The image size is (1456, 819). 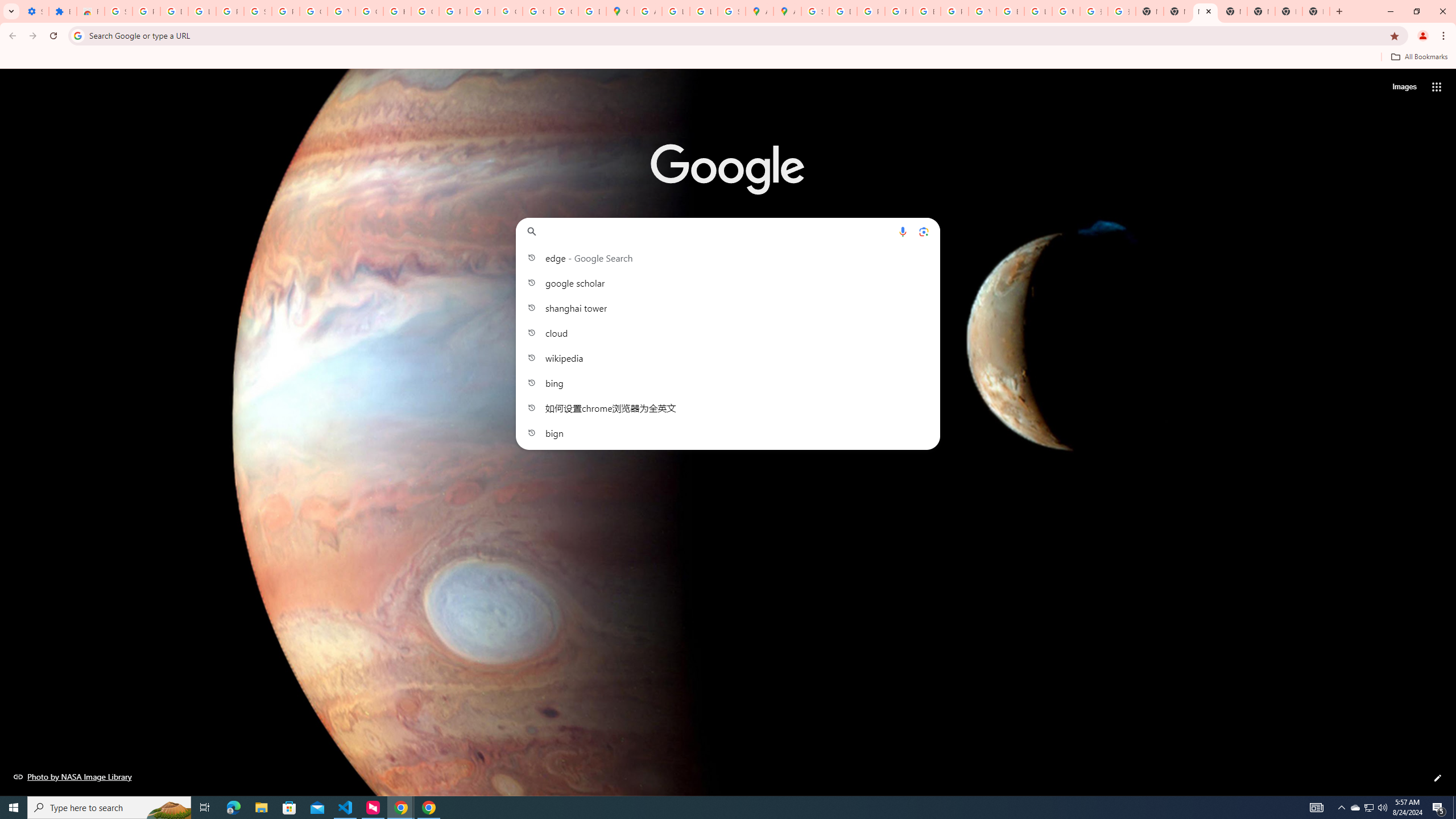 What do you see at coordinates (63, 11) in the screenshot?
I see `'Extensions'` at bounding box center [63, 11].